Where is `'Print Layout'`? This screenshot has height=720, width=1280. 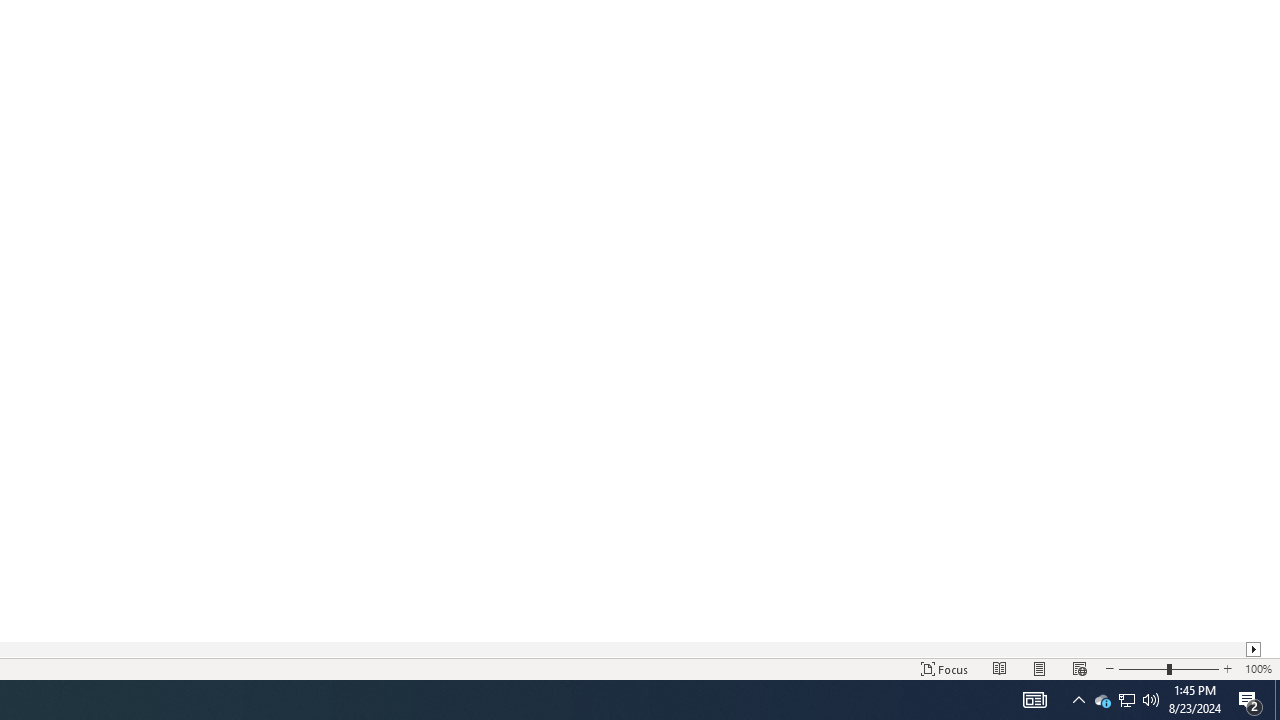 'Print Layout' is located at coordinates (1040, 669).